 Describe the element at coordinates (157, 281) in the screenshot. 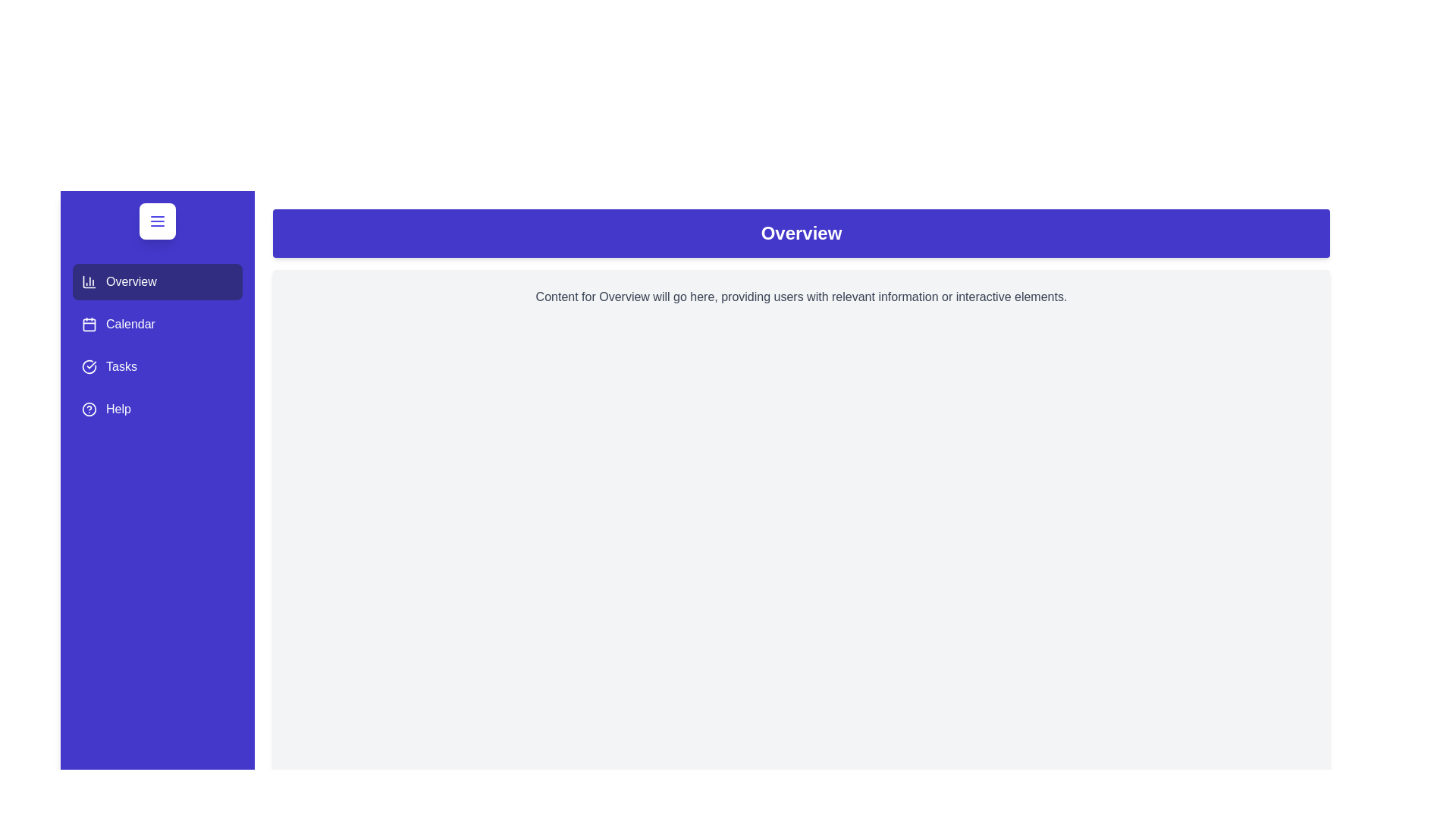

I see `the Overview tab` at that location.